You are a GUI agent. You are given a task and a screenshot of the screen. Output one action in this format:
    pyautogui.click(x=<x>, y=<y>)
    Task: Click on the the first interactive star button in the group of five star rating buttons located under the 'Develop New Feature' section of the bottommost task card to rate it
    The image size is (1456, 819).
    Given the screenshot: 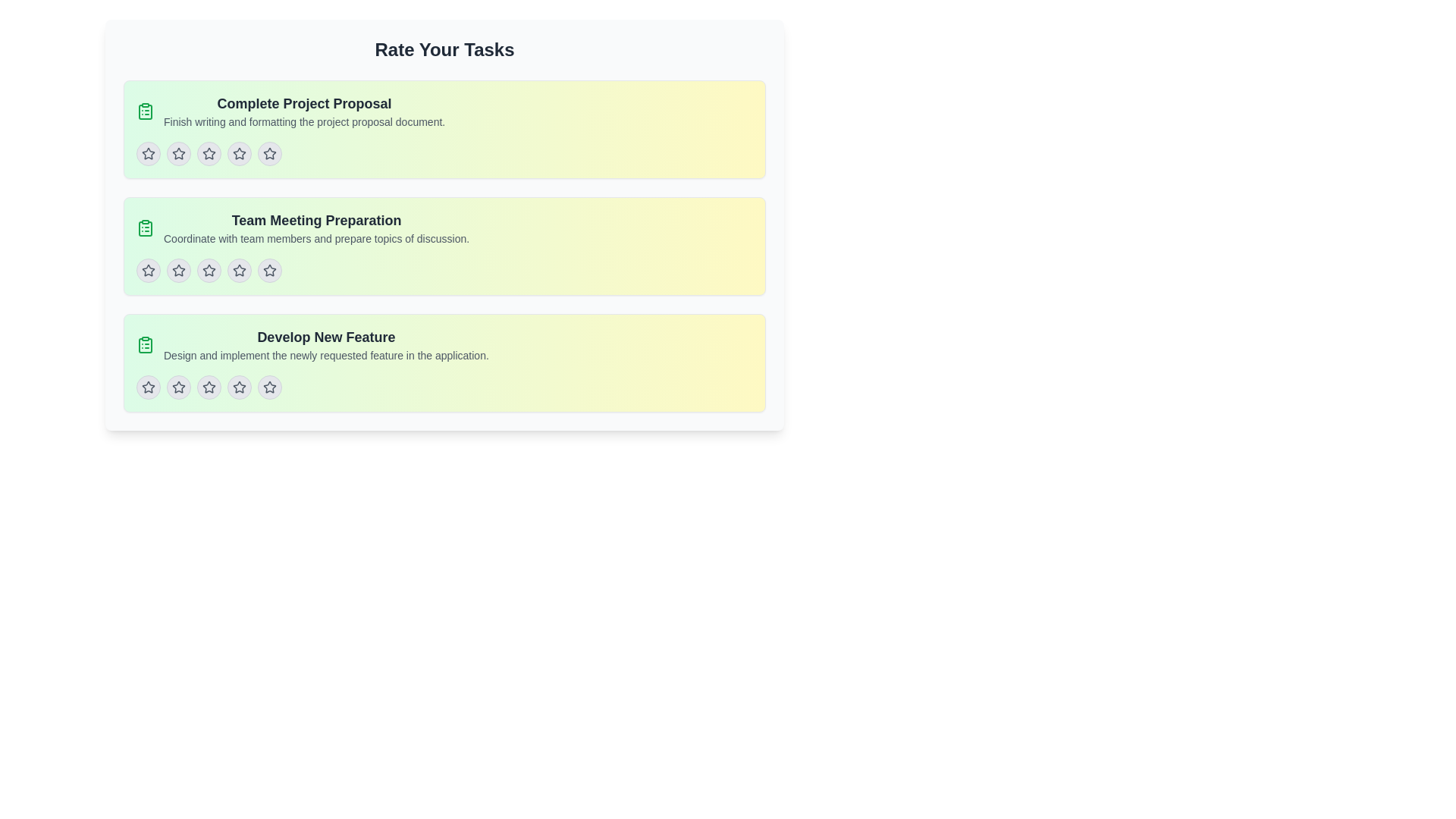 What is the action you would take?
    pyautogui.click(x=149, y=386)
    